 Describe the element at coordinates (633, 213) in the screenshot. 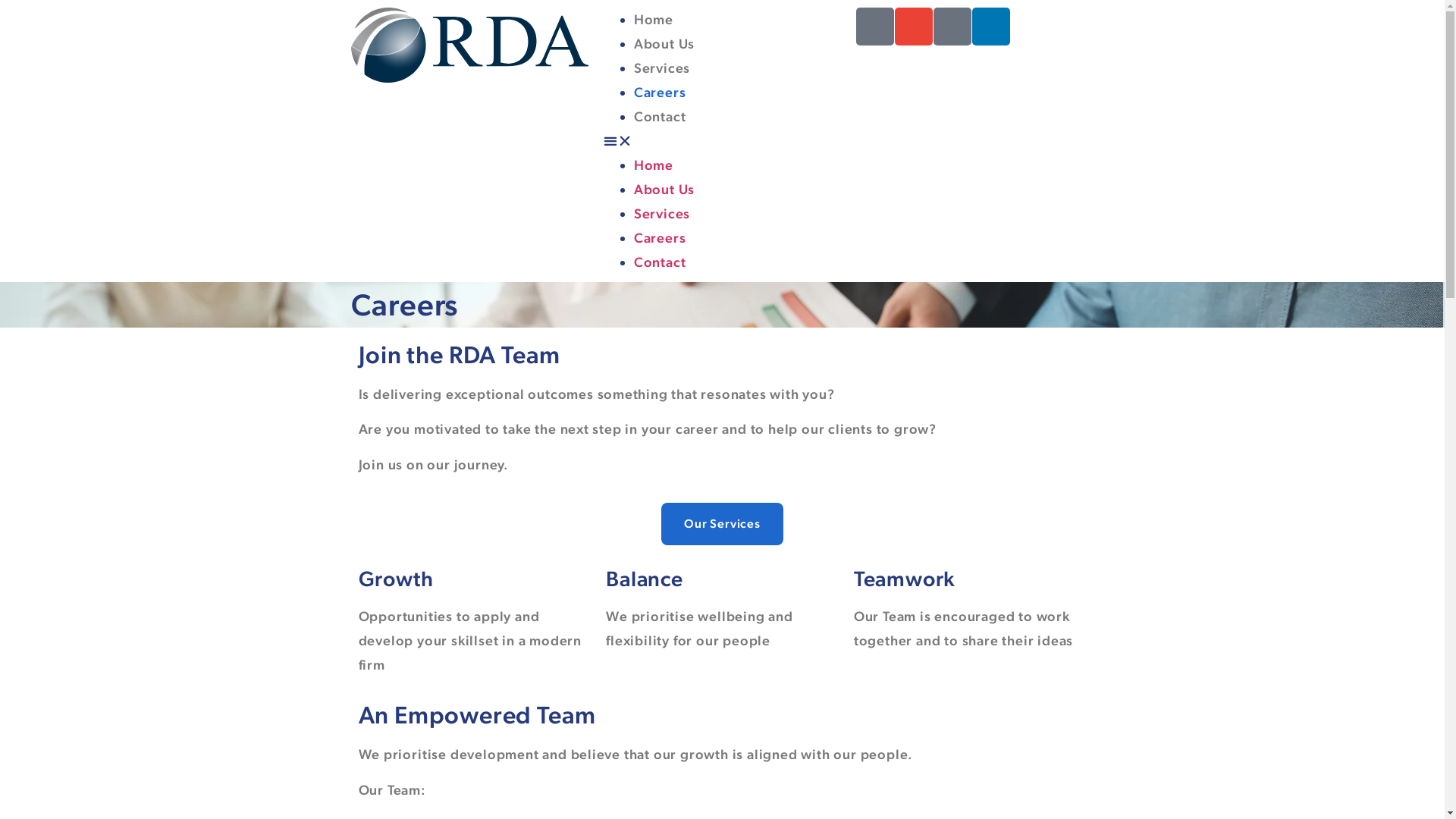

I see `'Services'` at that location.